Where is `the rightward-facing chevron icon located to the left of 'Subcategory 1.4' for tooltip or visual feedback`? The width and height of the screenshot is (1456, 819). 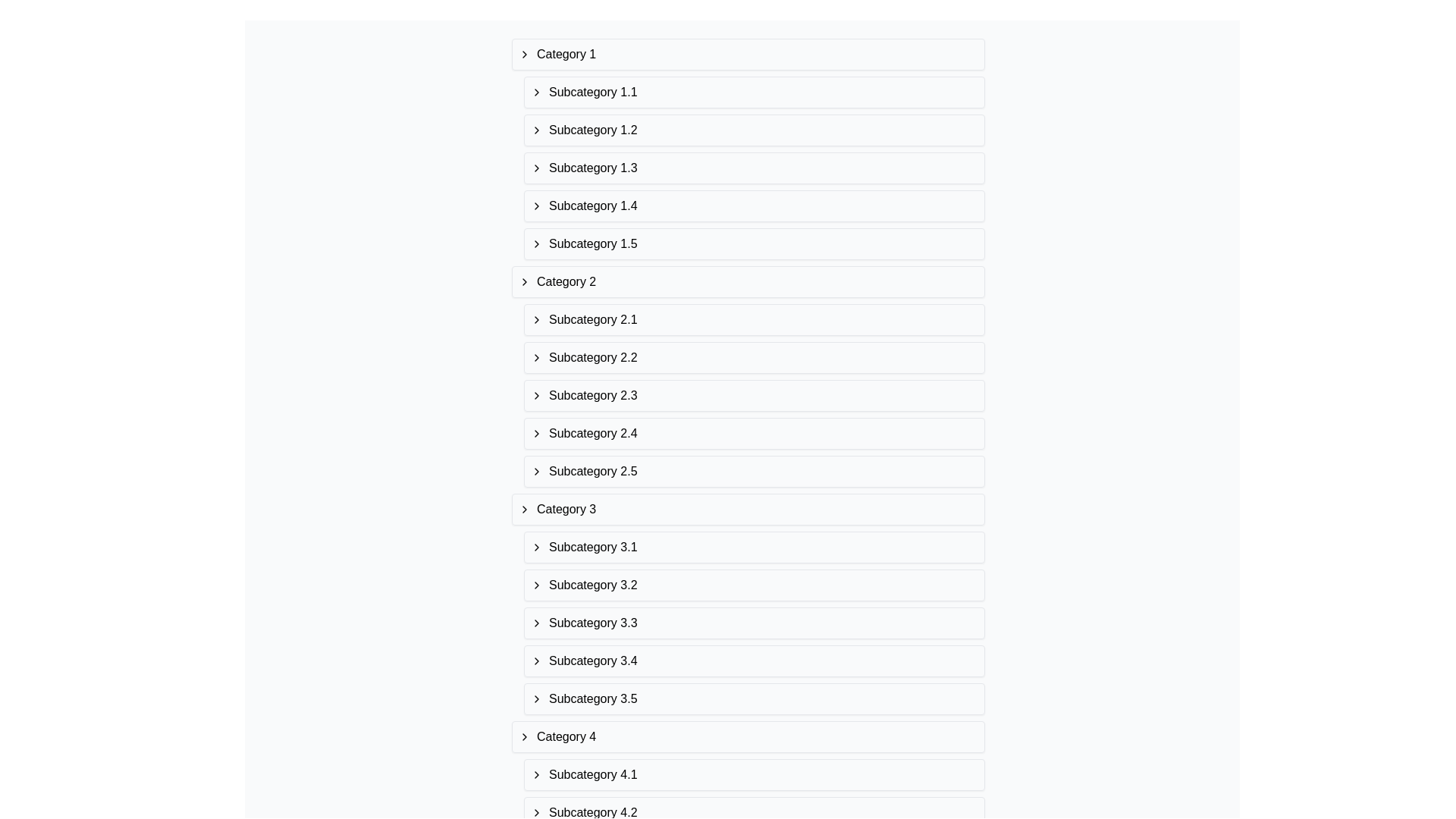 the rightward-facing chevron icon located to the left of 'Subcategory 1.4' for tooltip or visual feedback is located at coordinates (537, 206).